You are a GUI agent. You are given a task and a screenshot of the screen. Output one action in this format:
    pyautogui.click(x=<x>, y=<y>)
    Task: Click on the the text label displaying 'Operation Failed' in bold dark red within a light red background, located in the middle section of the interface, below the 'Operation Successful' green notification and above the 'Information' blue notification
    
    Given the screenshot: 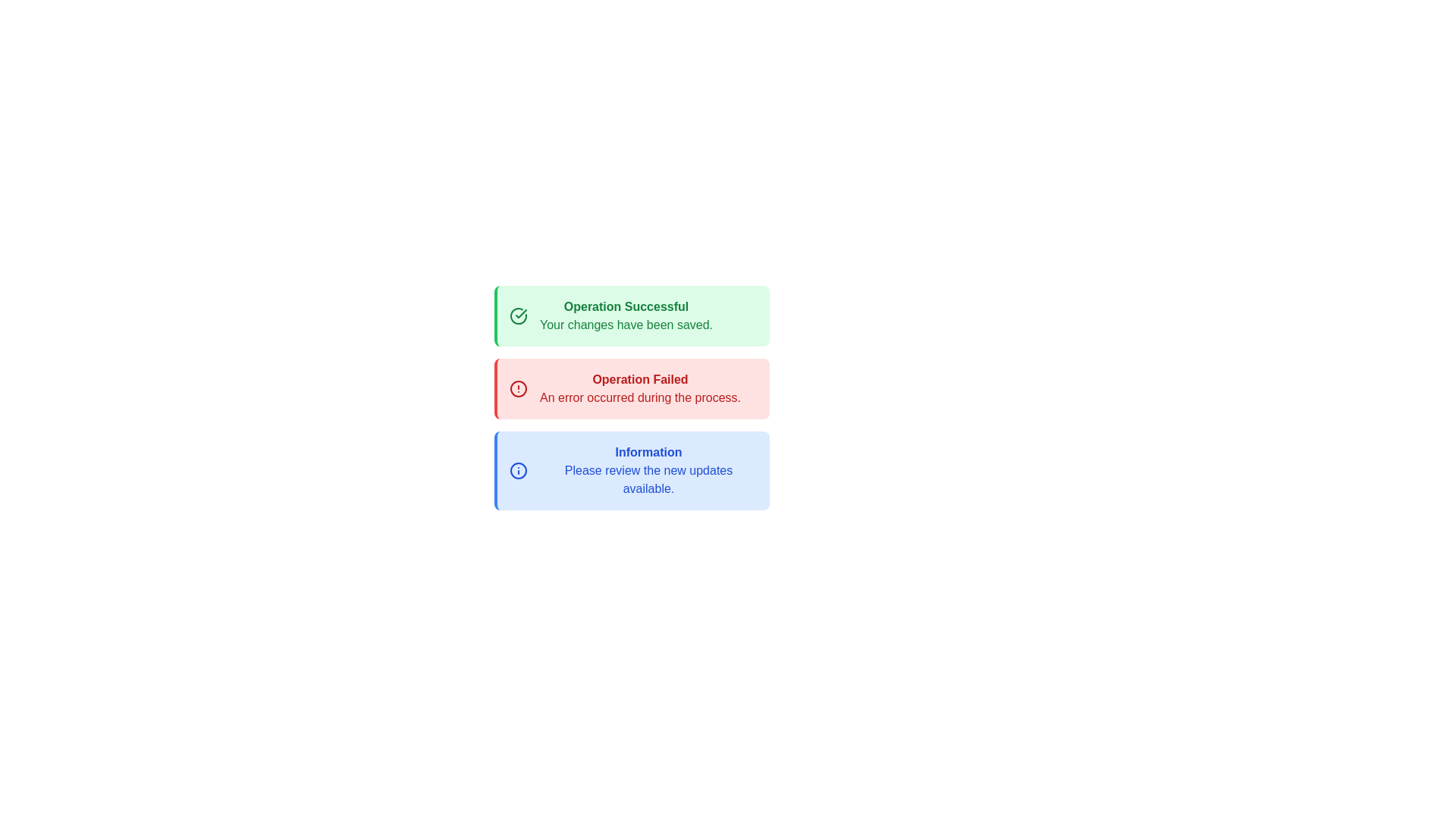 What is the action you would take?
    pyautogui.click(x=640, y=379)
    